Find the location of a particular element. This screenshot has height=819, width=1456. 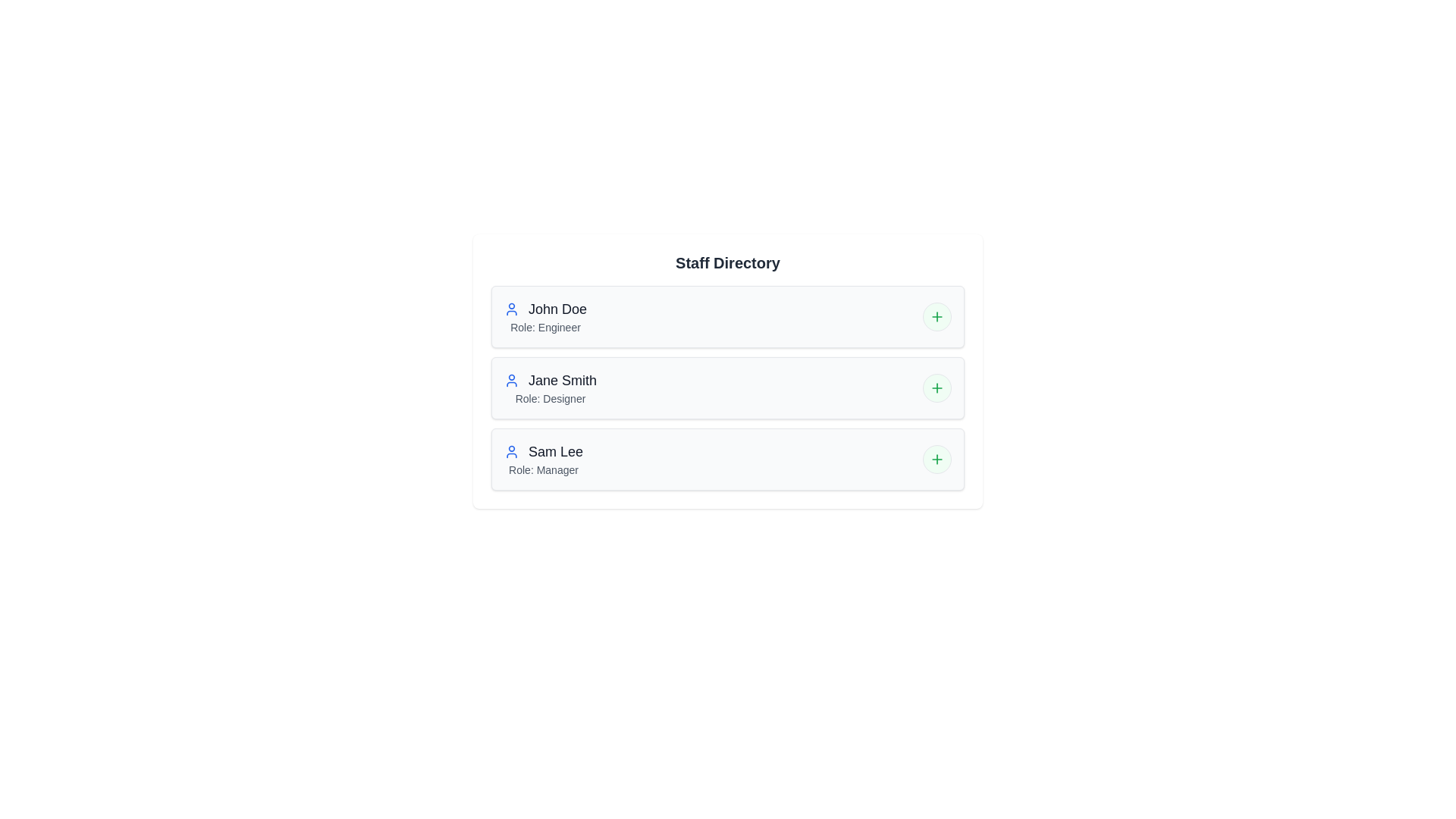

the text of the staff member Jane Smith is located at coordinates (504, 370).